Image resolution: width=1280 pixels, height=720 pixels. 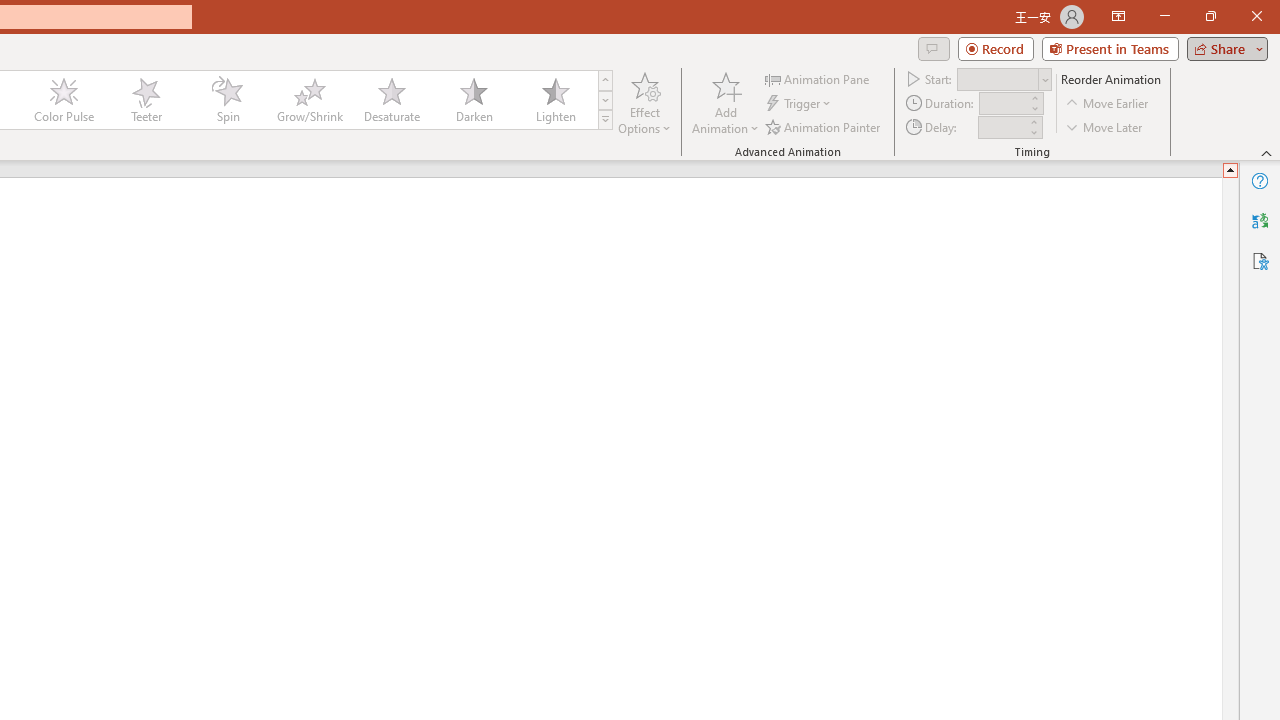 I want to click on 'Animation Duration', so click(x=1003, y=103).